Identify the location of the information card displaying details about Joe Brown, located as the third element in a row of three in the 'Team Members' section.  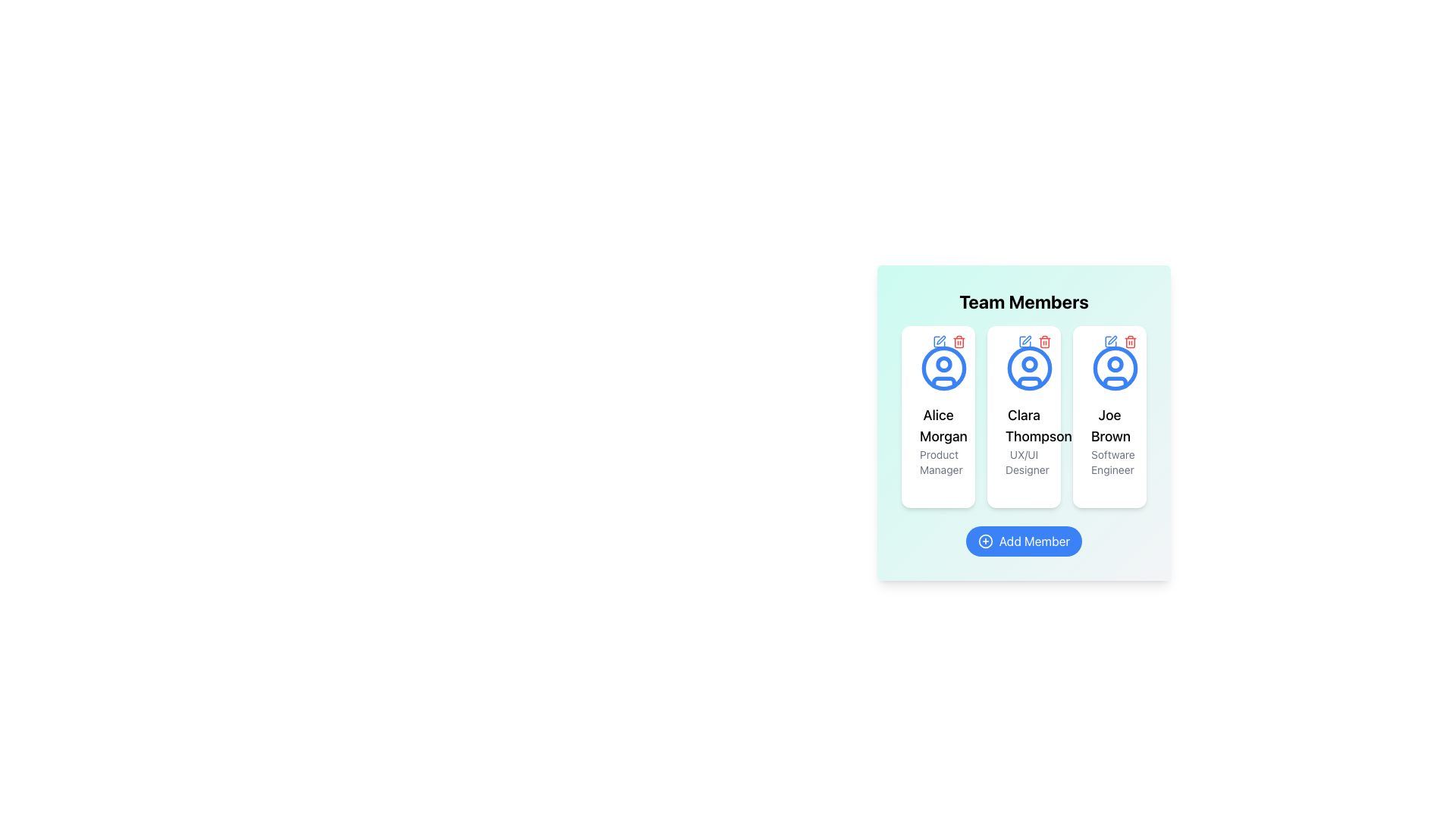
(1109, 417).